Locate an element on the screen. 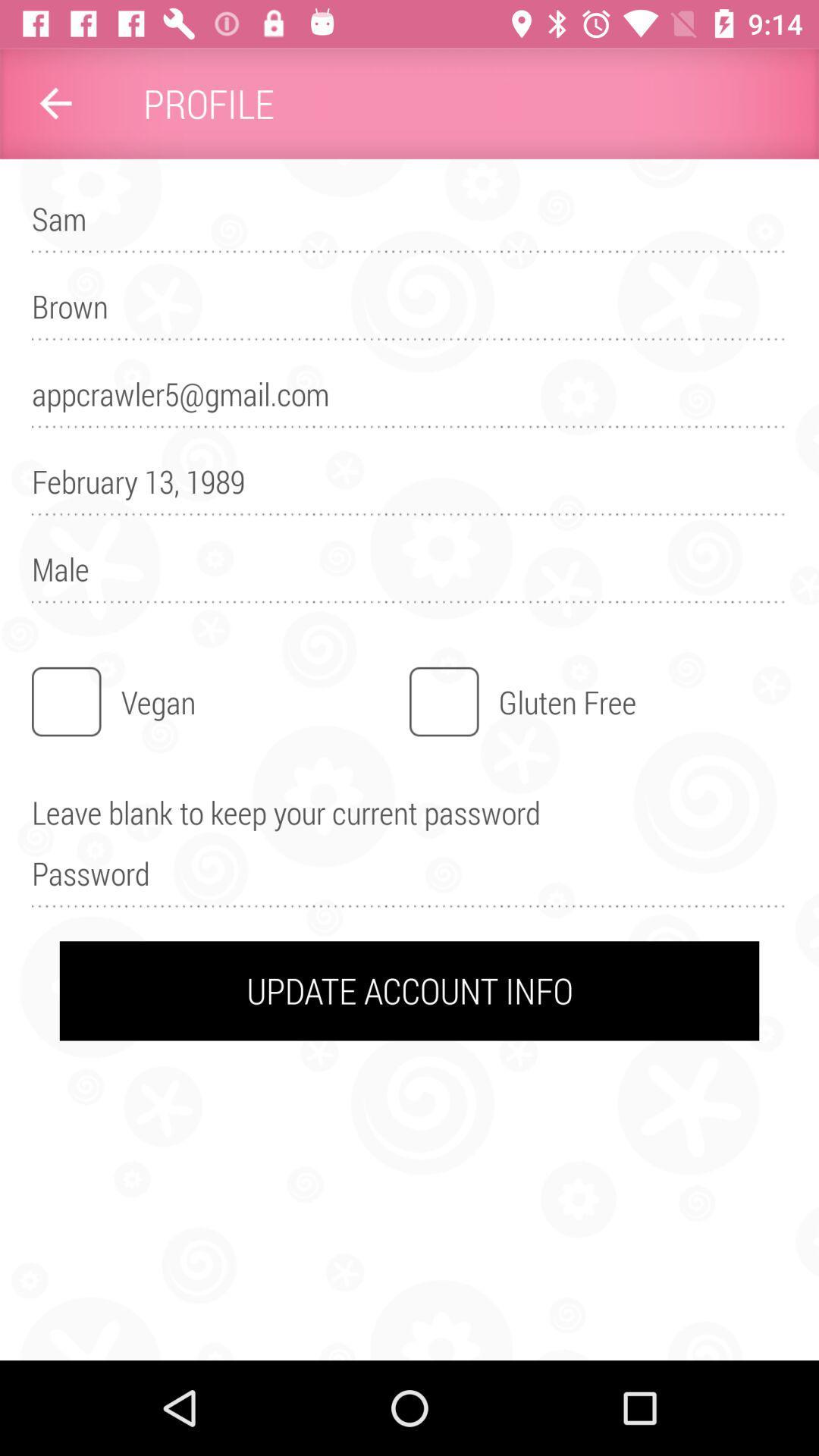  item next to the profile app is located at coordinates (55, 102).